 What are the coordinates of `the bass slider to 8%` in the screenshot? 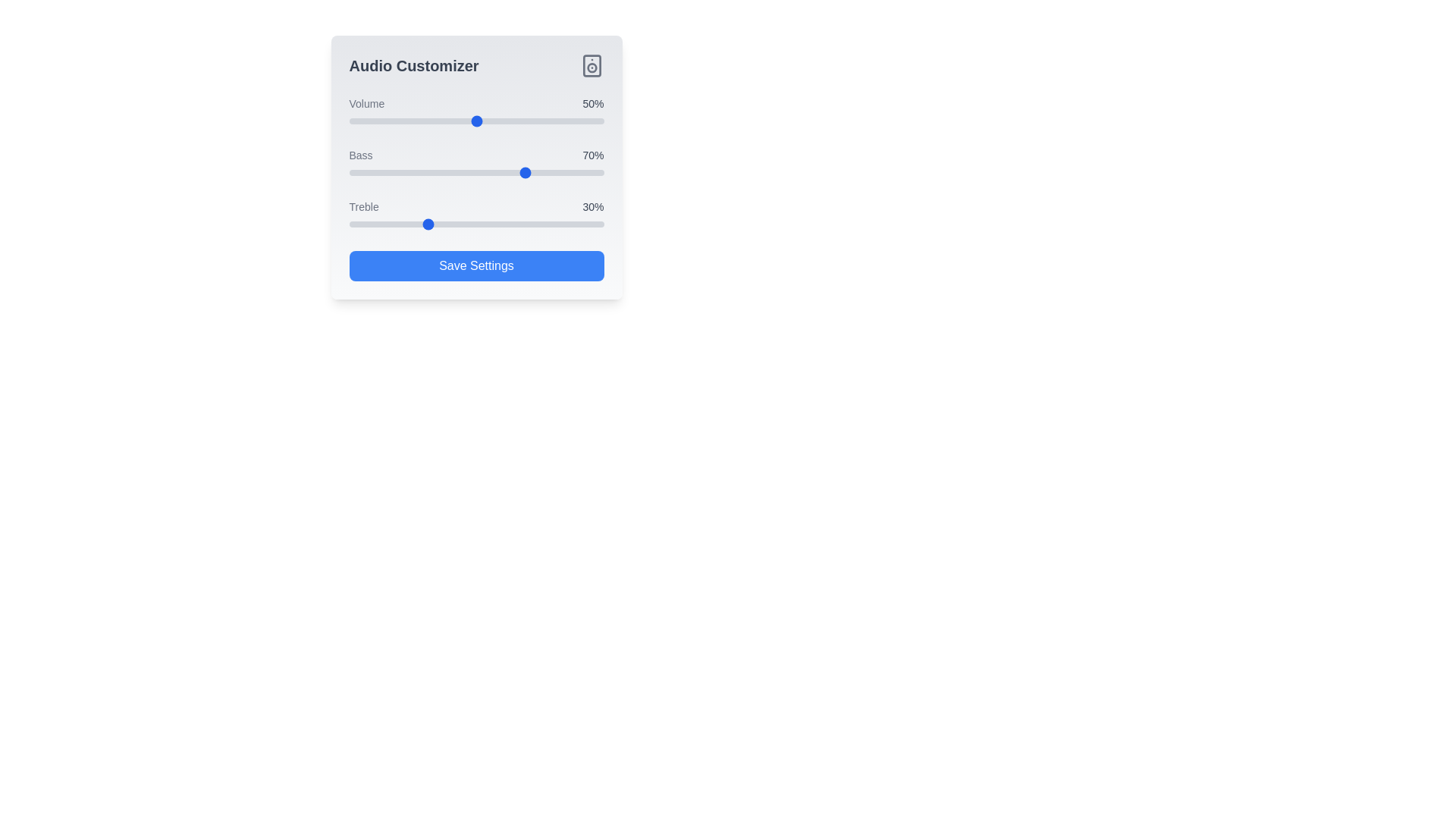 It's located at (369, 171).